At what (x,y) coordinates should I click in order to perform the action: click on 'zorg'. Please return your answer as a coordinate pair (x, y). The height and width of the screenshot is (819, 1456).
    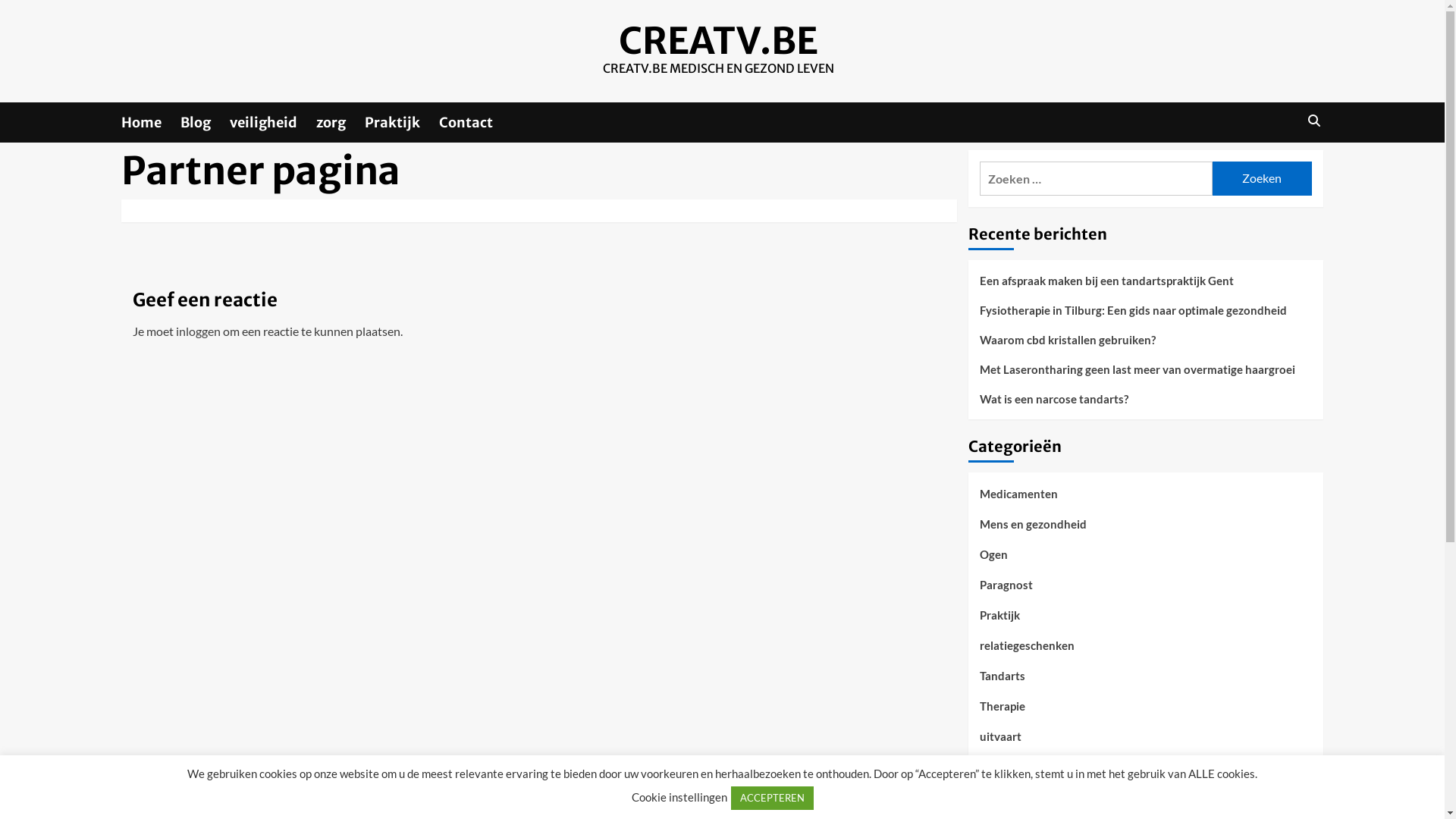
    Looking at the image, I should click on (315, 121).